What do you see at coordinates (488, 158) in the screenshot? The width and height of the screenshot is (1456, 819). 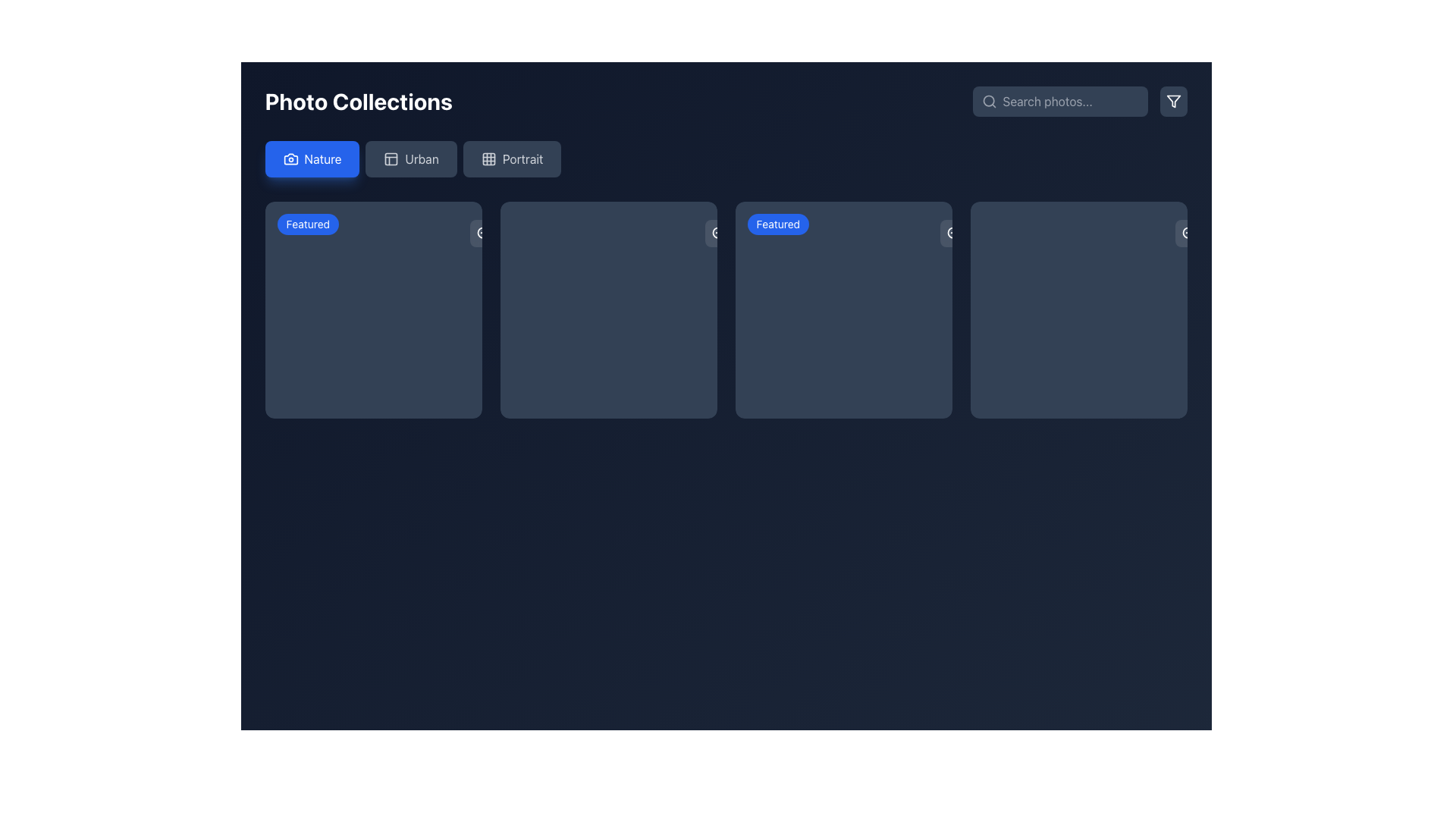 I see `the top-left square of the grid icon, which is part of a 3x3 grid located in the top-right corner of the interface, adjacent to the search bar` at bounding box center [488, 158].